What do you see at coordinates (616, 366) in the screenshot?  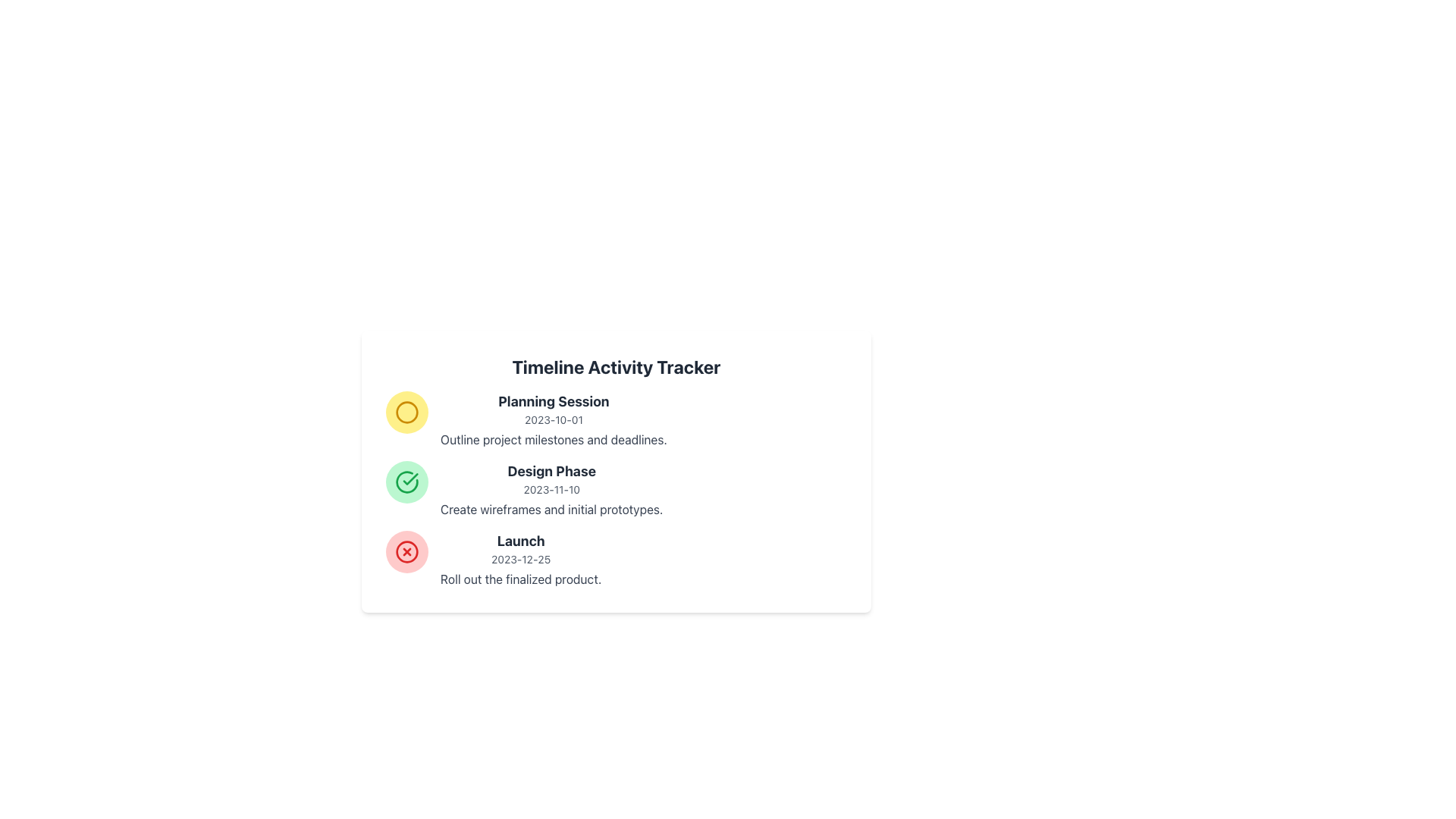 I see `text 'Timeline Activity Tracker' which is prominently displayed at the top of the card-like component` at bounding box center [616, 366].